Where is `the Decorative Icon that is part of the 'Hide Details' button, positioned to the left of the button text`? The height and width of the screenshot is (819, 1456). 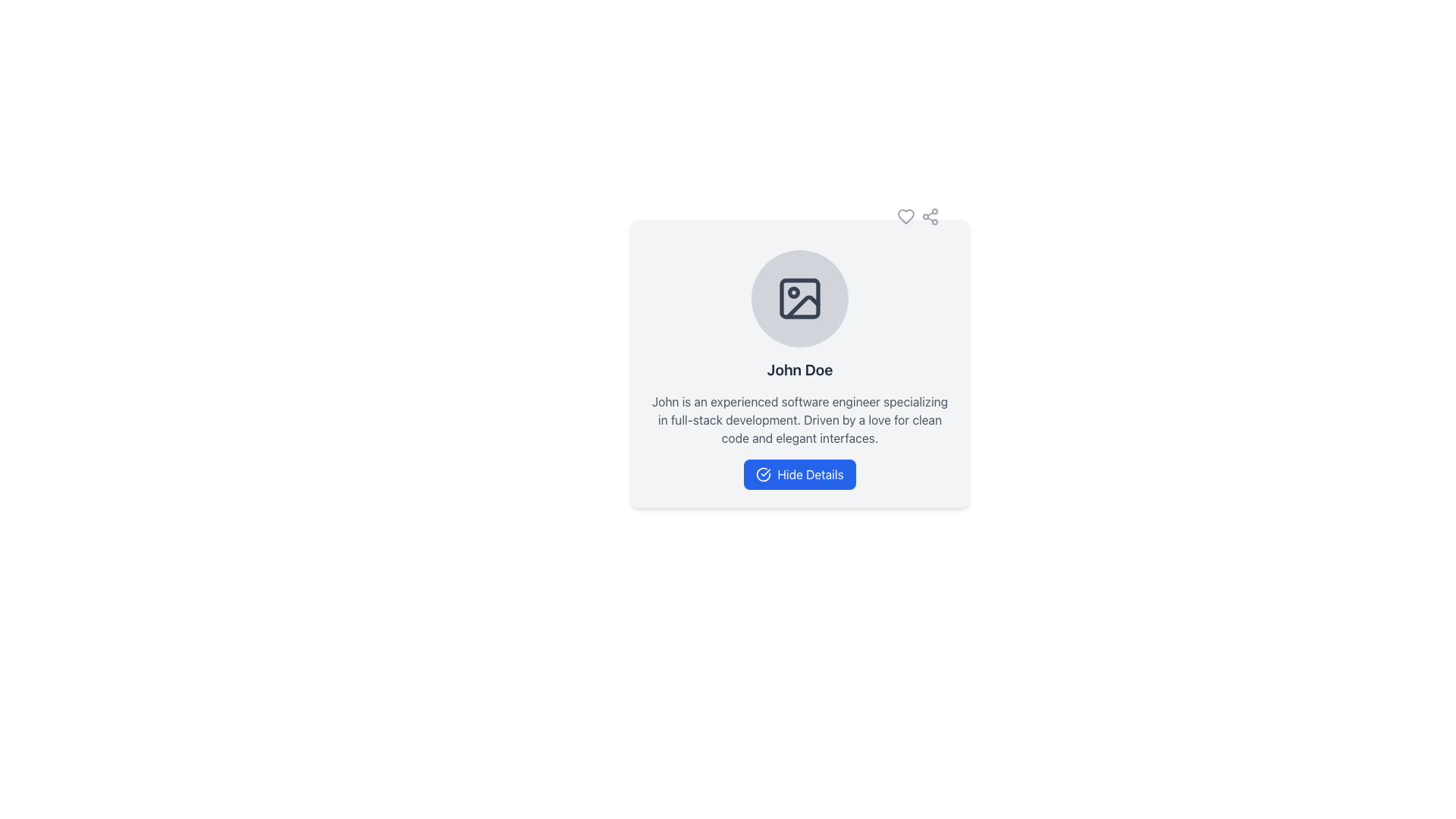
the Decorative Icon that is part of the 'Hide Details' button, positioned to the left of the button text is located at coordinates (764, 473).